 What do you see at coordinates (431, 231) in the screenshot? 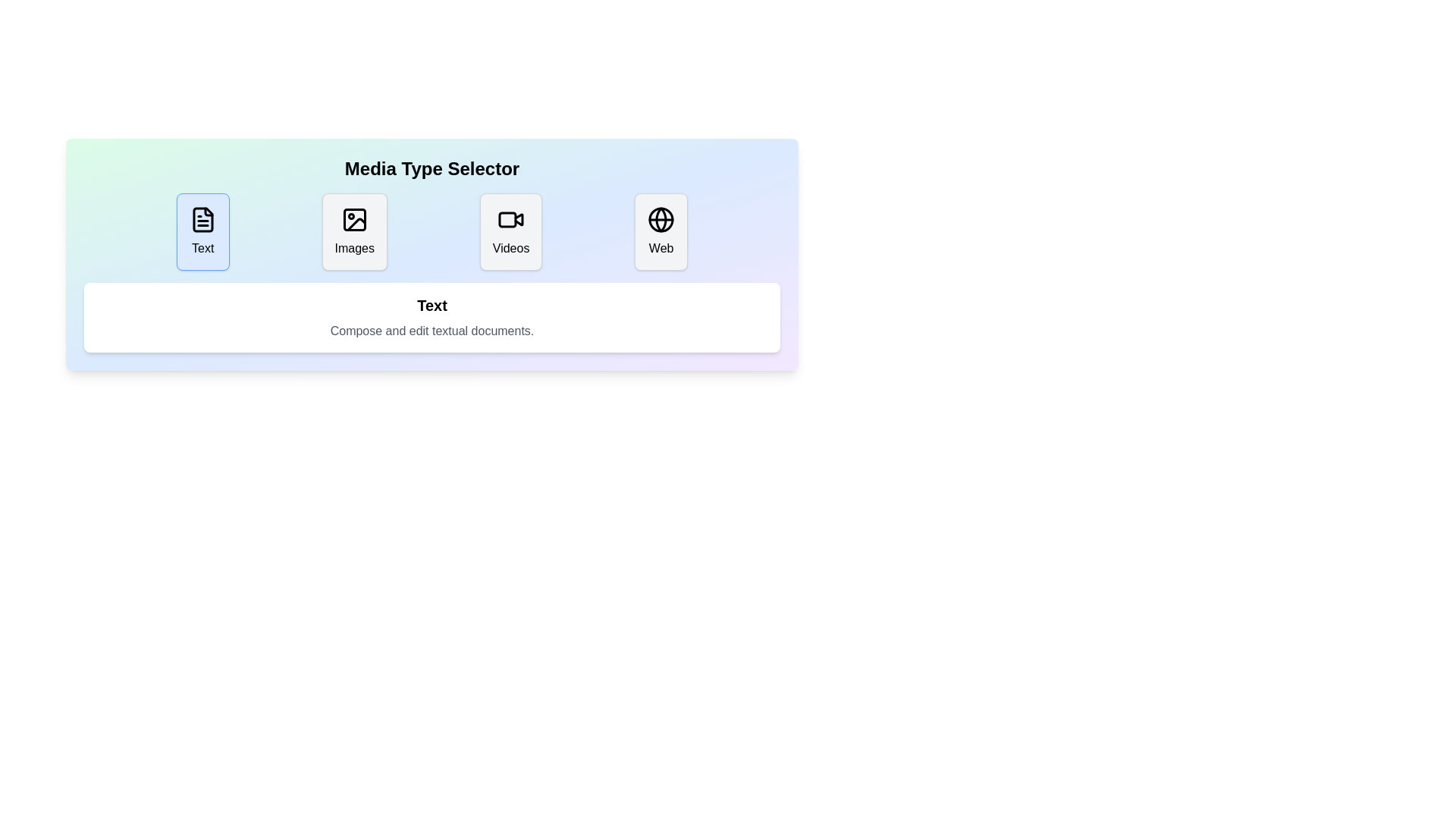
I see `the button in the 'Media Type Selector' group` at bounding box center [431, 231].